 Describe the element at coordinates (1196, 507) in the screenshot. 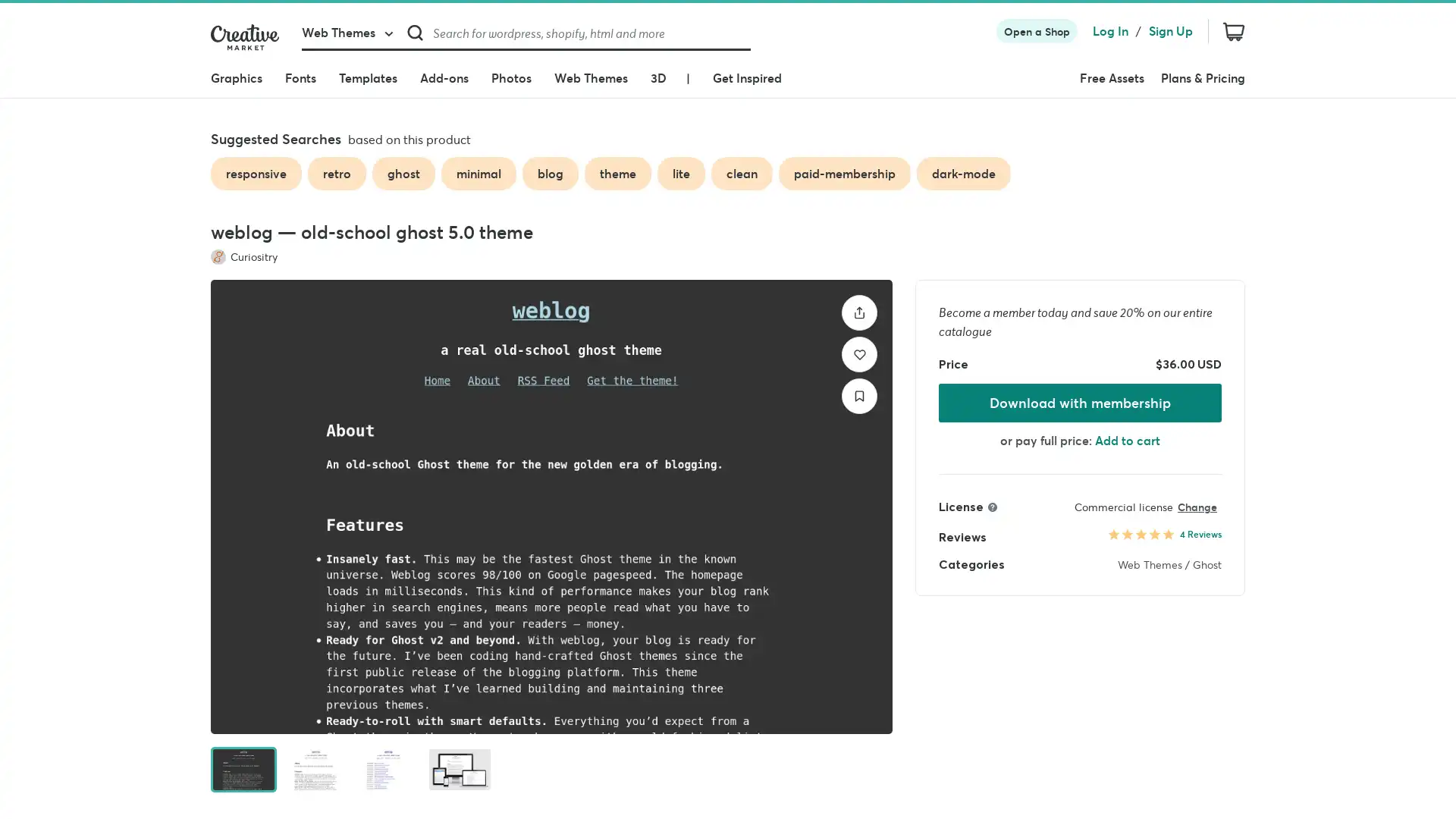

I see `Change license` at that location.